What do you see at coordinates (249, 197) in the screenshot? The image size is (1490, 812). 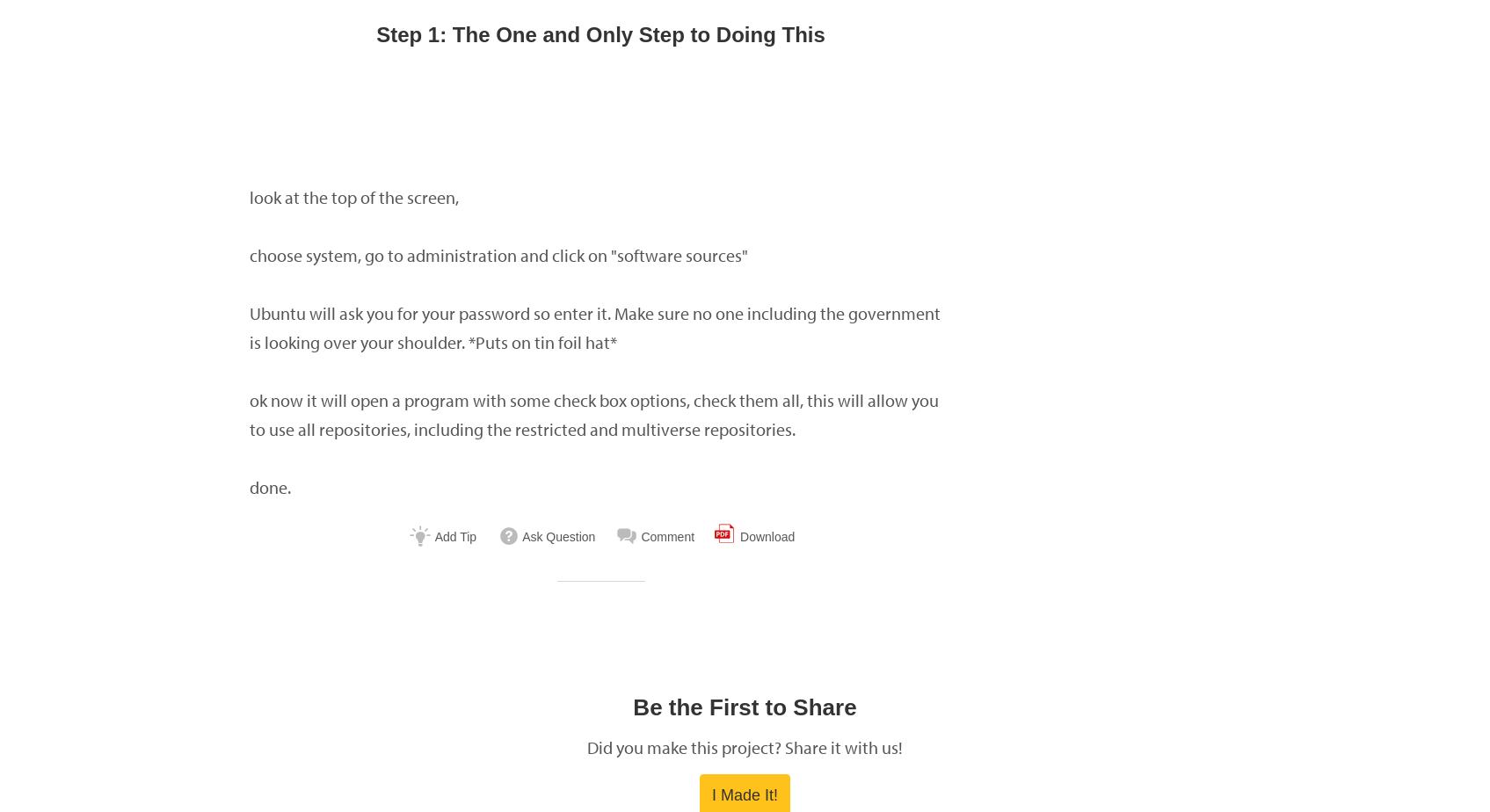 I see `'look at the top of the screen,'` at bounding box center [249, 197].